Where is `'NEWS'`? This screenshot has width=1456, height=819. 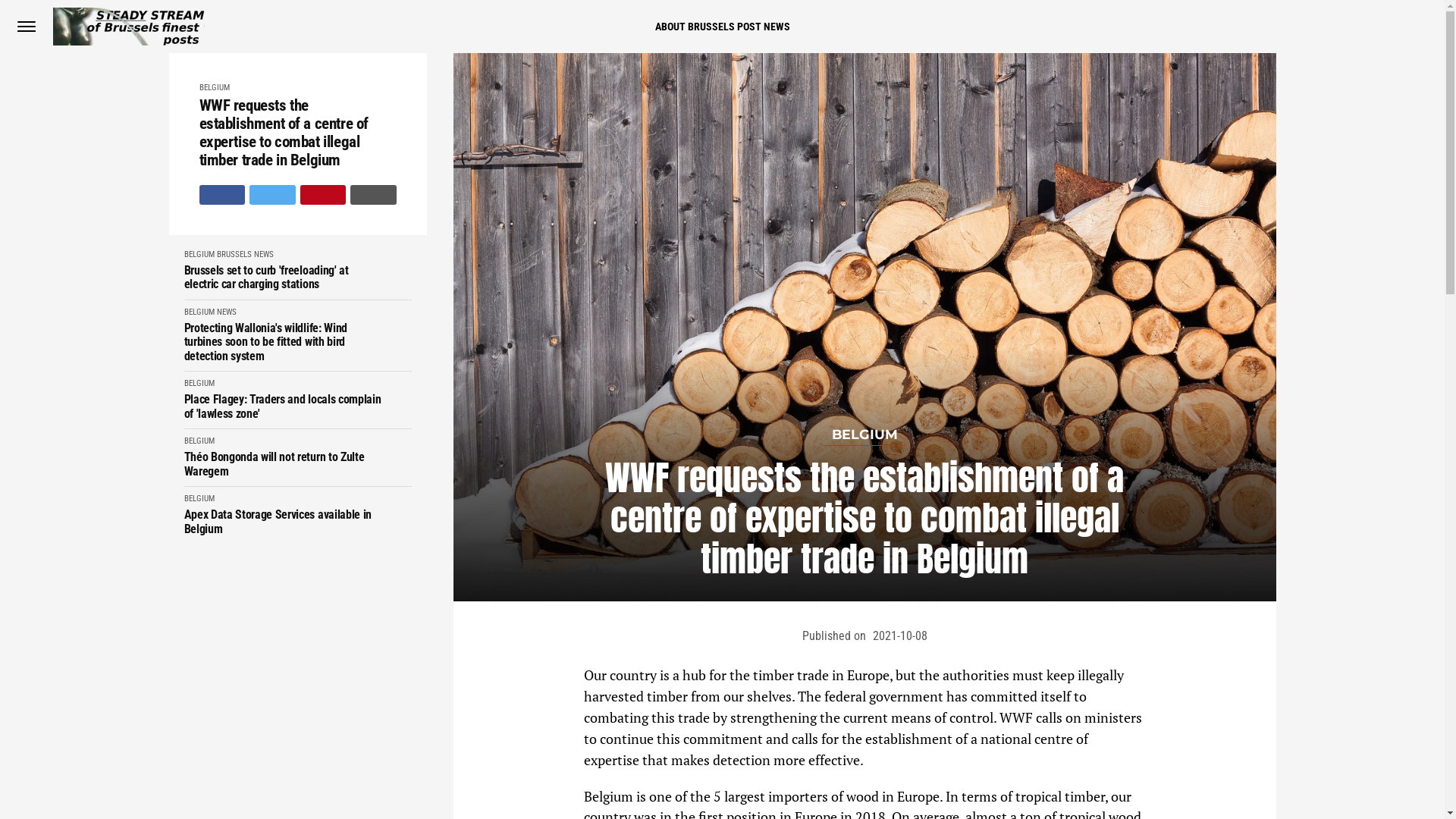 'NEWS' is located at coordinates (262, 253).